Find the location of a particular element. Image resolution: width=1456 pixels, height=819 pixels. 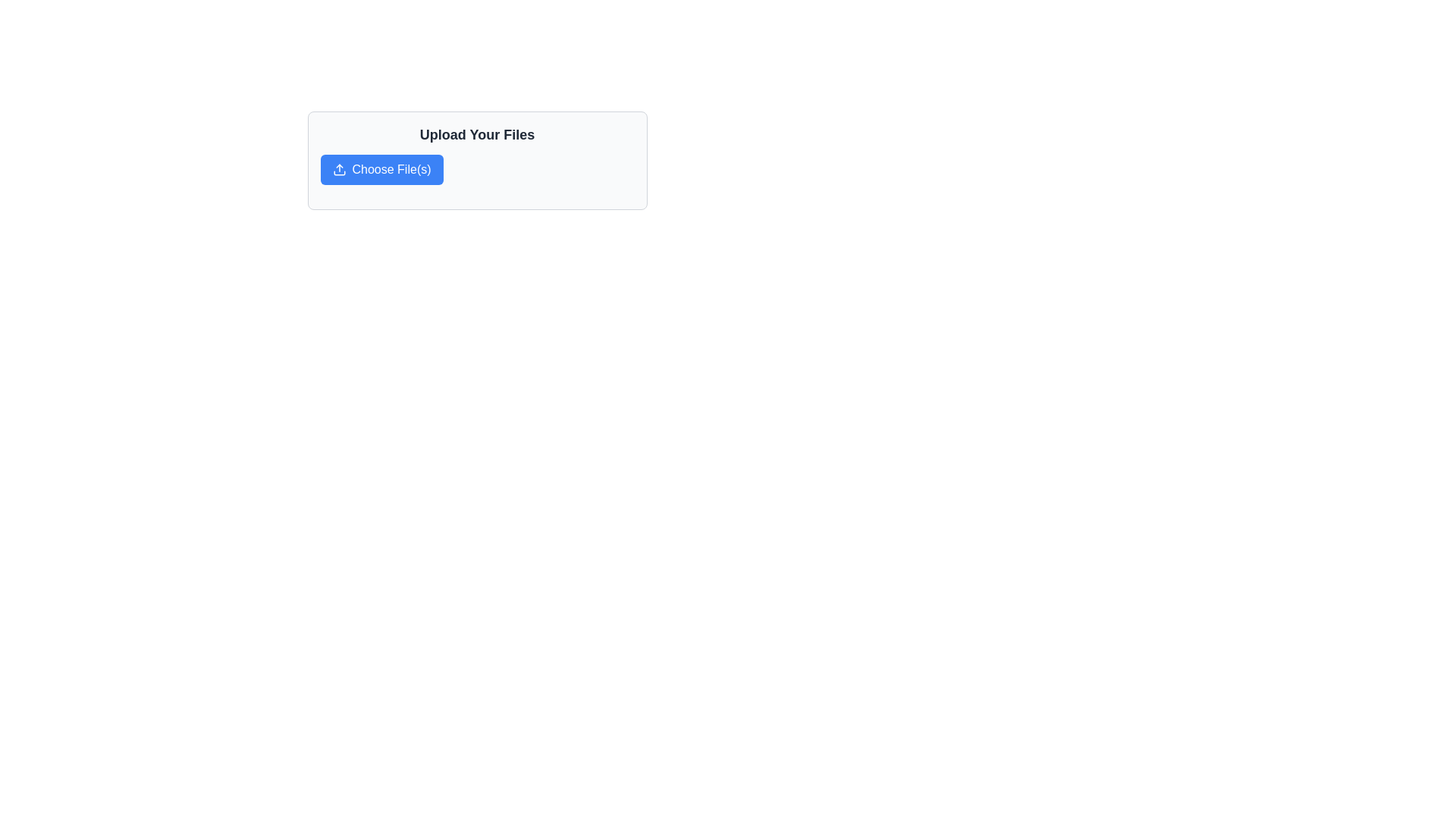

the label that indicates the functionality to choose files for uploading, which is centered within a blue button in the 'Upload Your Files' panel is located at coordinates (391, 169).